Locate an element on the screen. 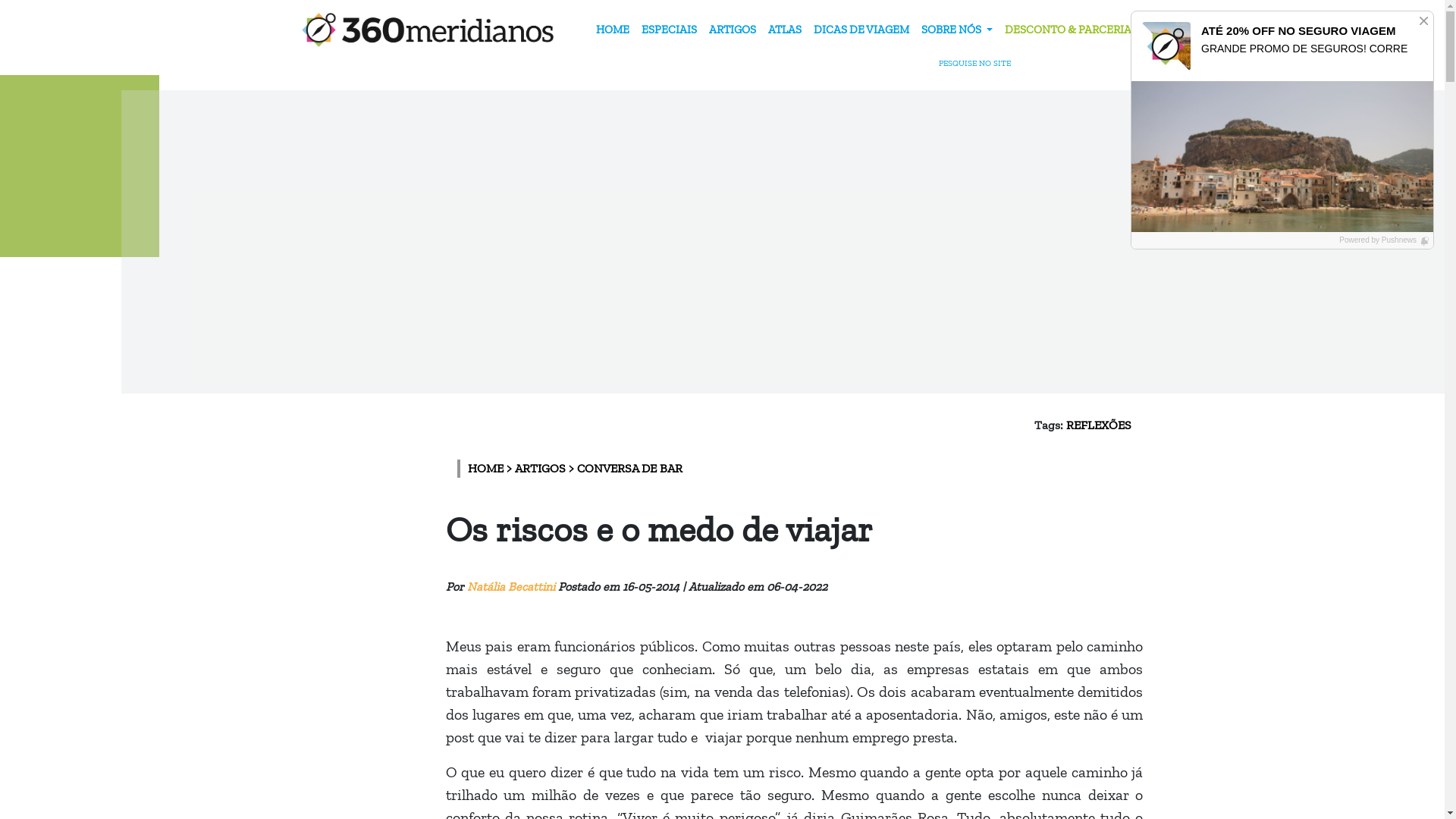 This screenshot has height=819, width=1456. 'CONVERSA DE BAR' is located at coordinates (629, 467).